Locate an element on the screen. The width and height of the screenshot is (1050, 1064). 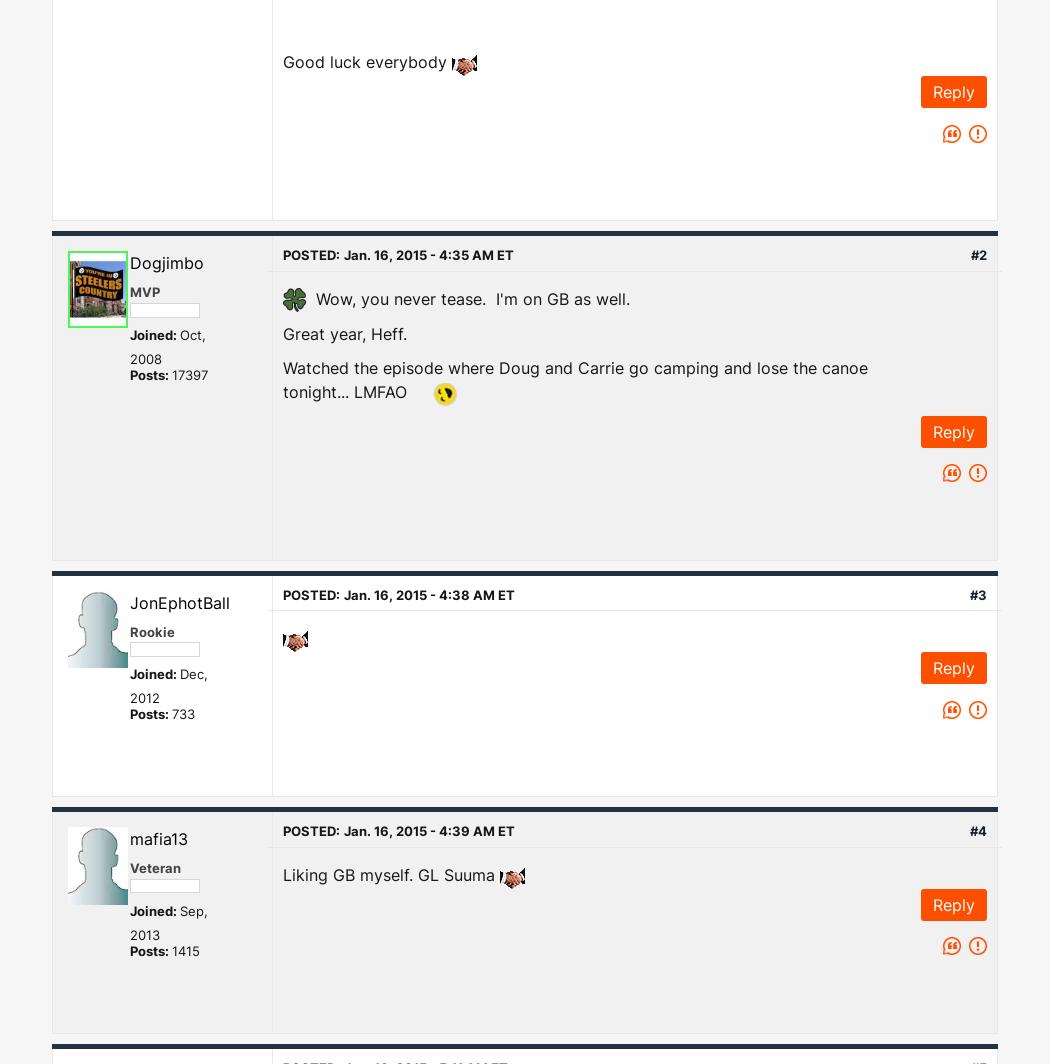
'JonEphotBall' is located at coordinates (179, 602).